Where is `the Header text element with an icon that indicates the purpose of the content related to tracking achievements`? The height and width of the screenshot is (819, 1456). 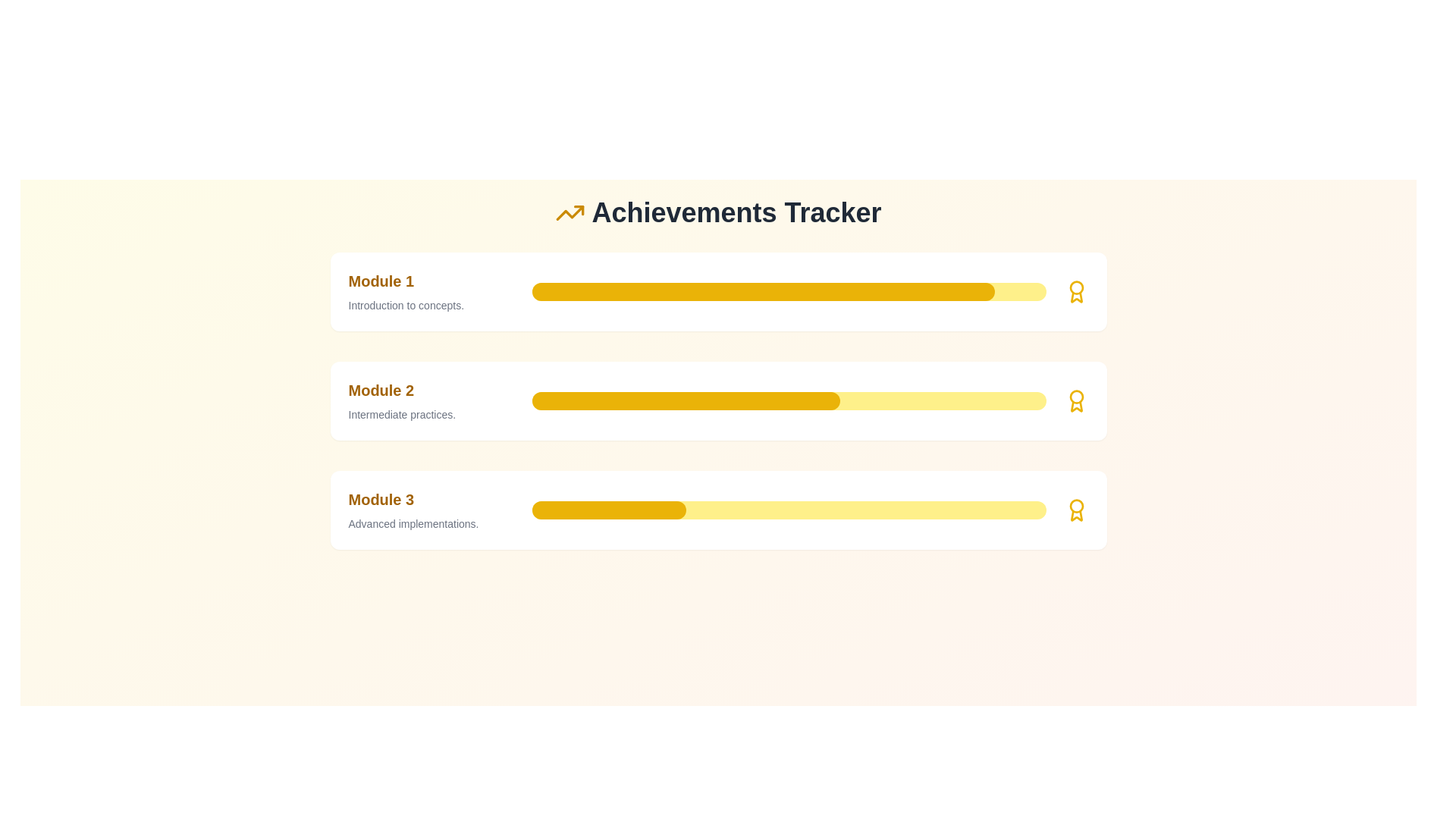 the Header text element with an icon that indicates the purpose of the content related to tracking achievements is located at coordinates (717, 213).